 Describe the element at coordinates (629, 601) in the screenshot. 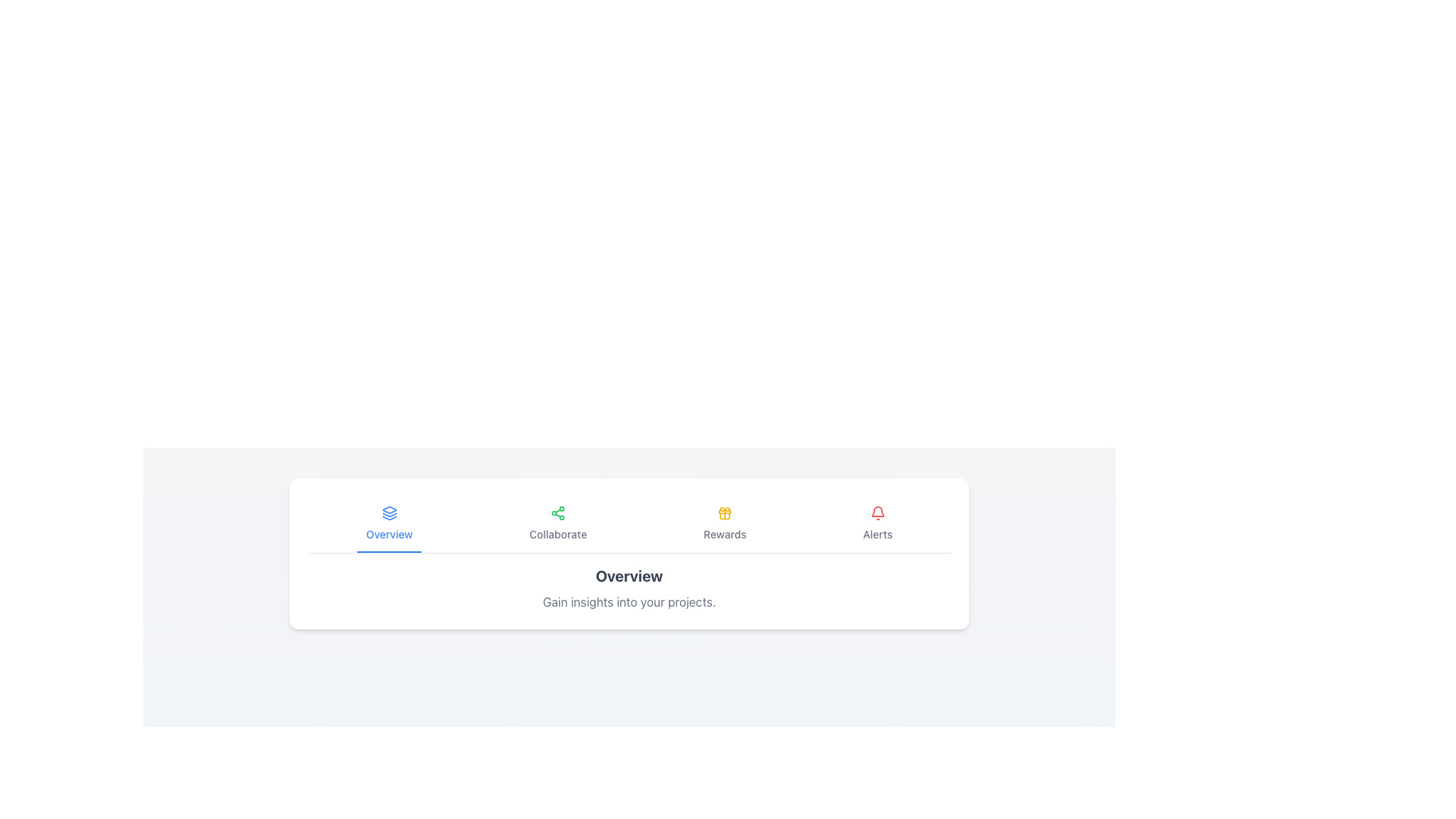

I see `the text label displaying 'Gain insights into your projects.' which is located directly beneath the bold 'Overview' heading` at that location.